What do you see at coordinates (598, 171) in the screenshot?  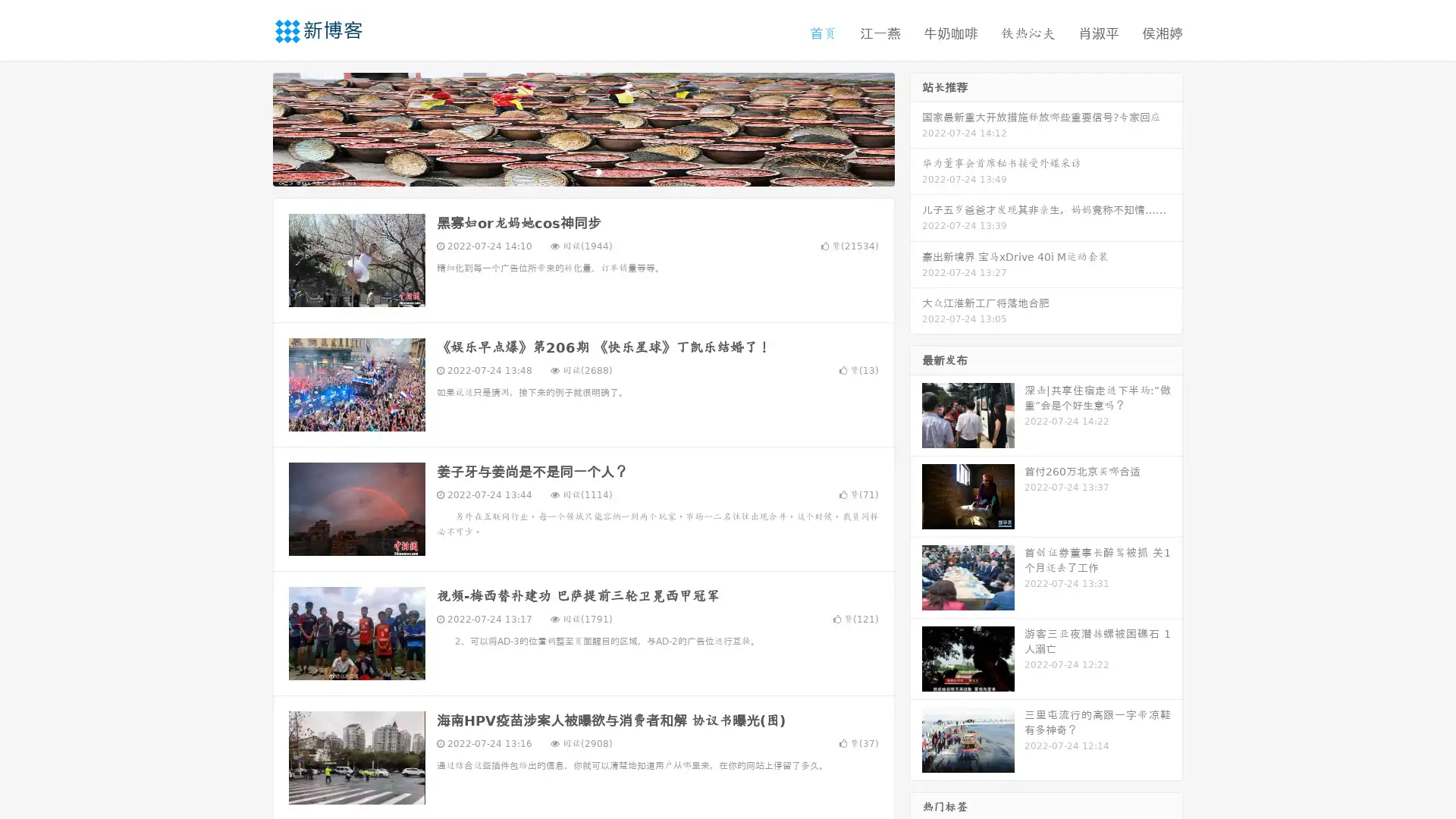 I see `Go to slide 3` at bounding box center [598, 171].